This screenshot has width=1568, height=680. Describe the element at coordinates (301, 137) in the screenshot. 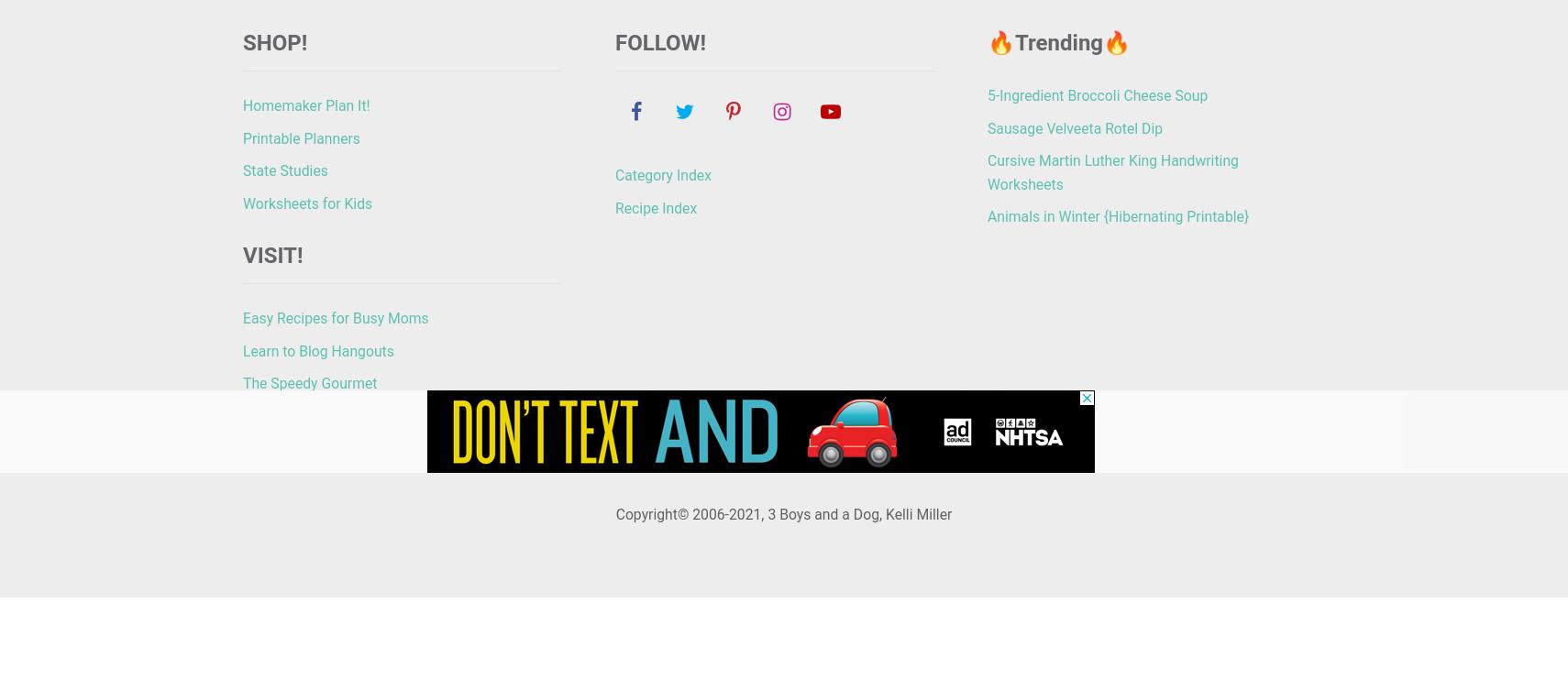

I see `'Printable Planners'` at that location.